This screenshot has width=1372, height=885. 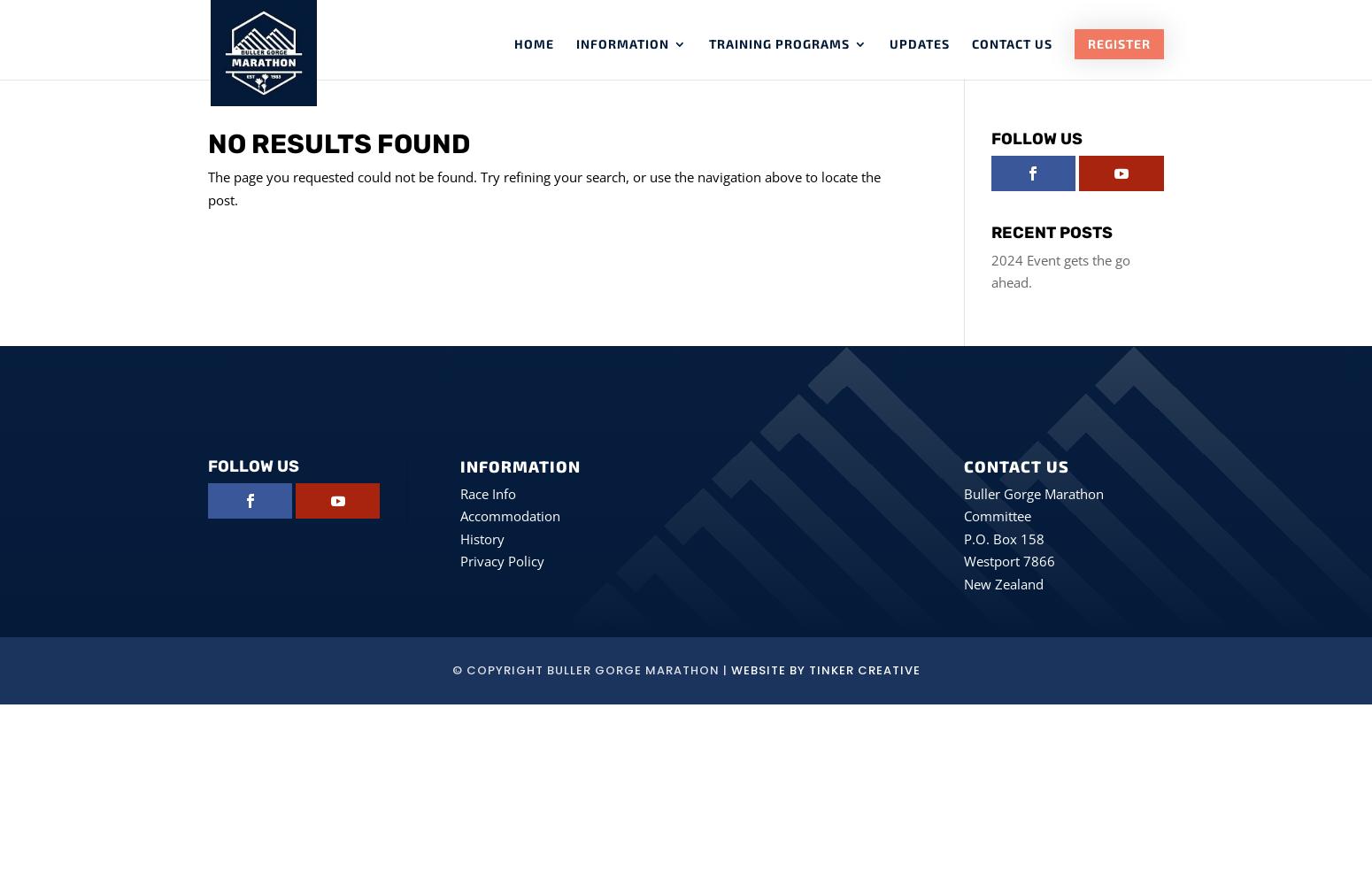 I want to click on 'The page you requested could not be found. Try refining your search, or use the navigation above to locate the post.', so click(x=544, y=187).